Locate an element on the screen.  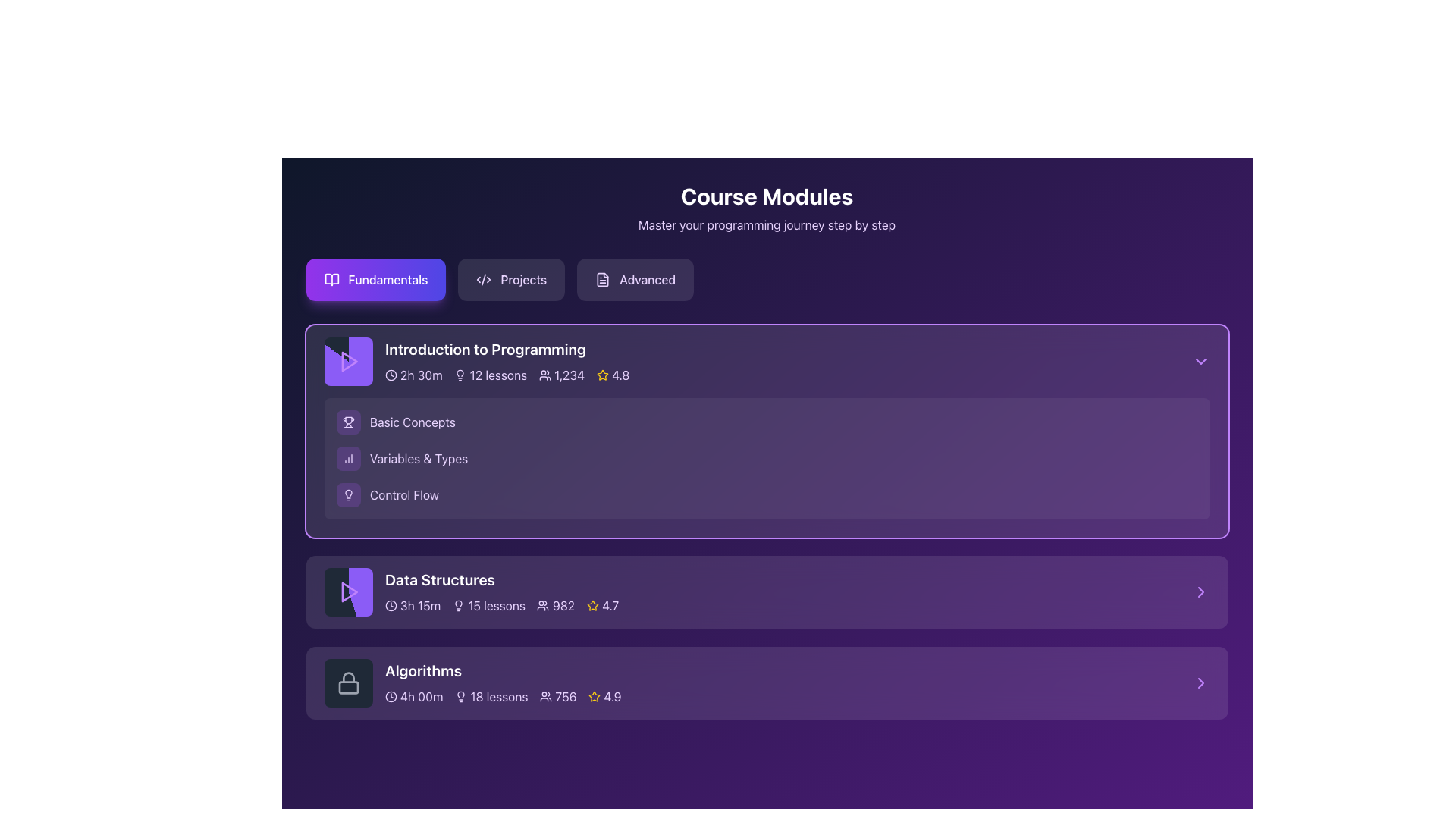
the open book icon located within the 'Fundamentals' button, which is centered horizontally and vertically relative to the button is located at coordinates (331, 280).